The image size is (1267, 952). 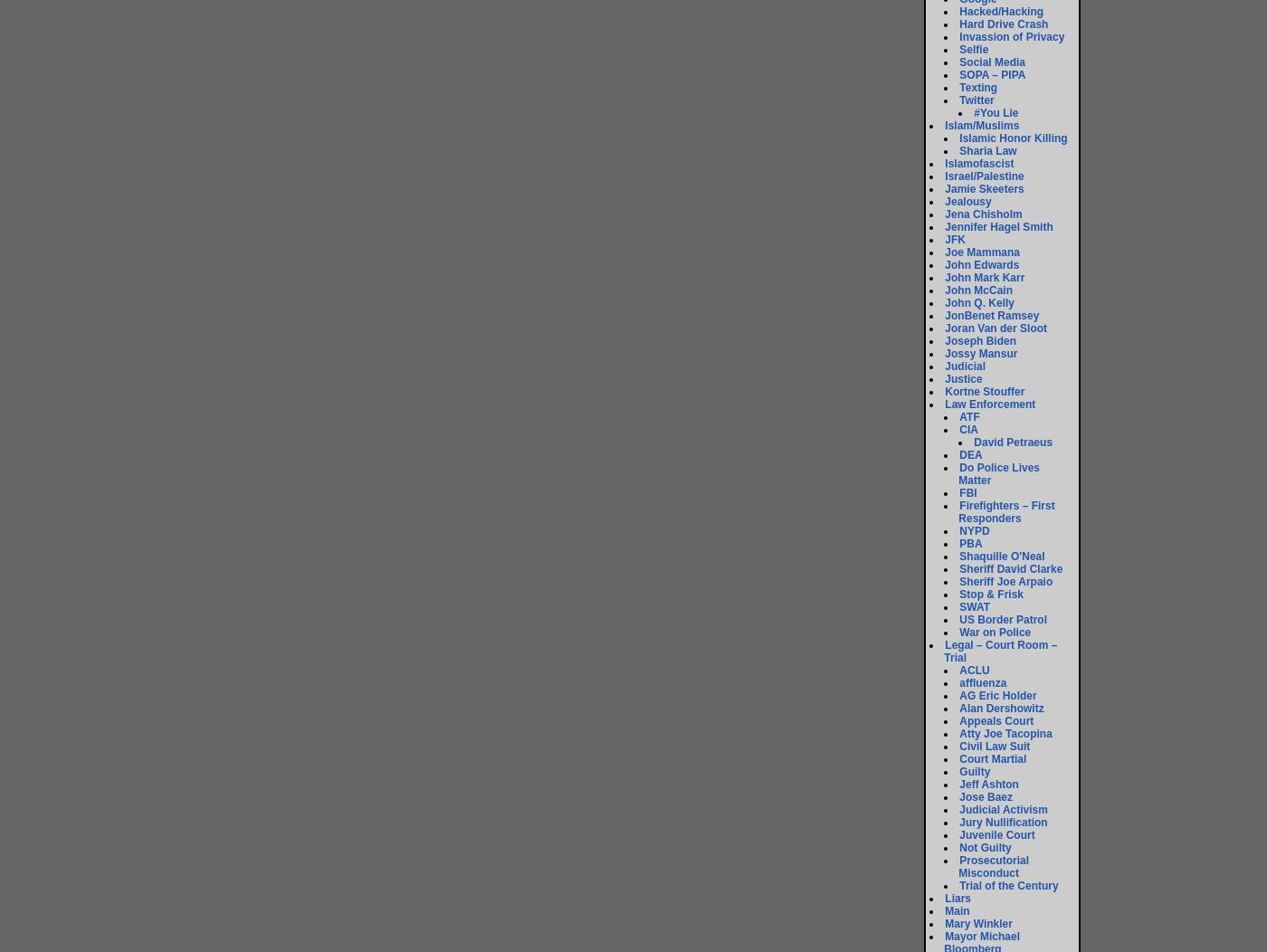 I want to click on 'affluenza', so click(x=982, y=682).